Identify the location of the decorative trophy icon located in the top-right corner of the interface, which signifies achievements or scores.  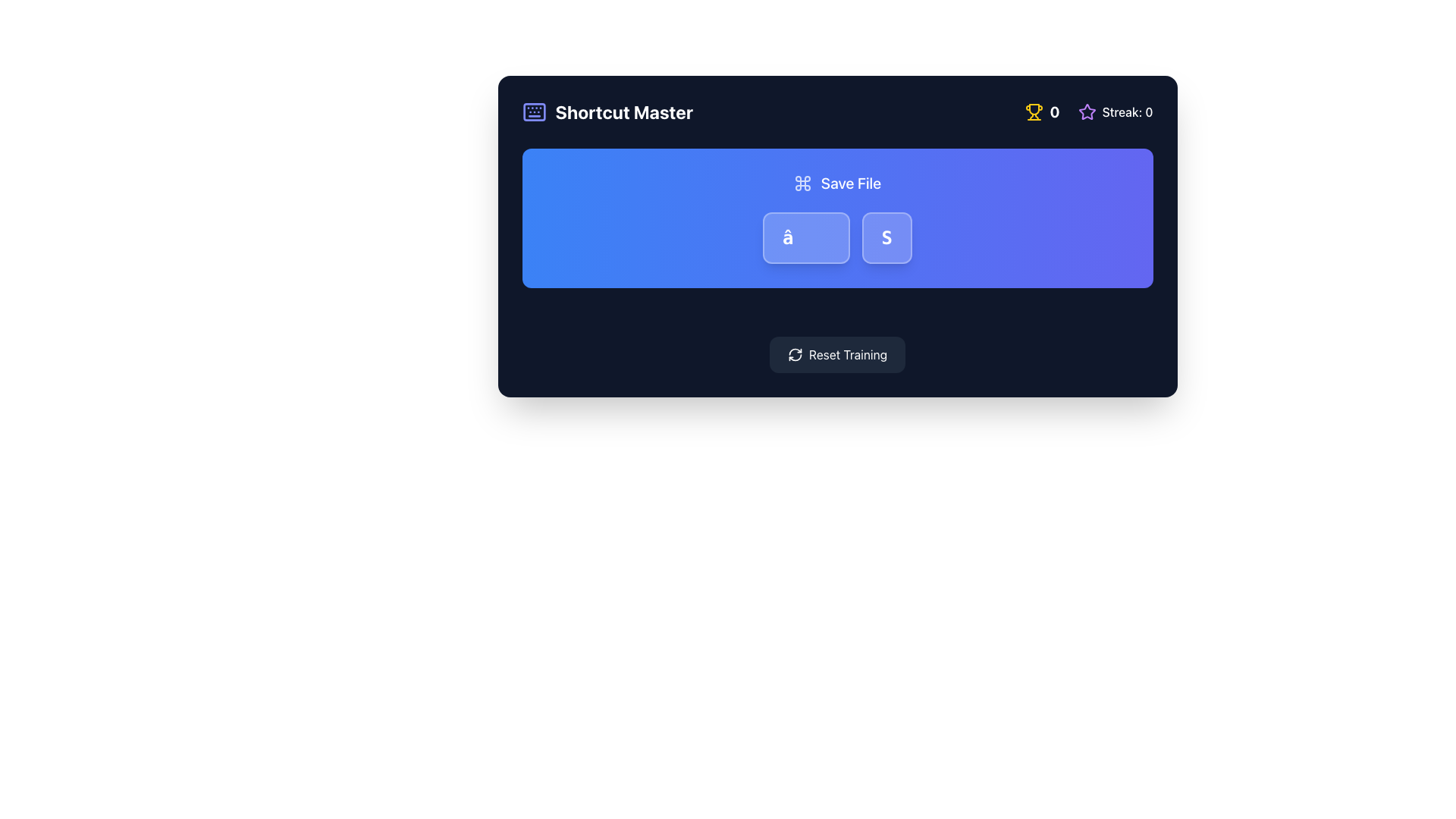
(1034, 108).